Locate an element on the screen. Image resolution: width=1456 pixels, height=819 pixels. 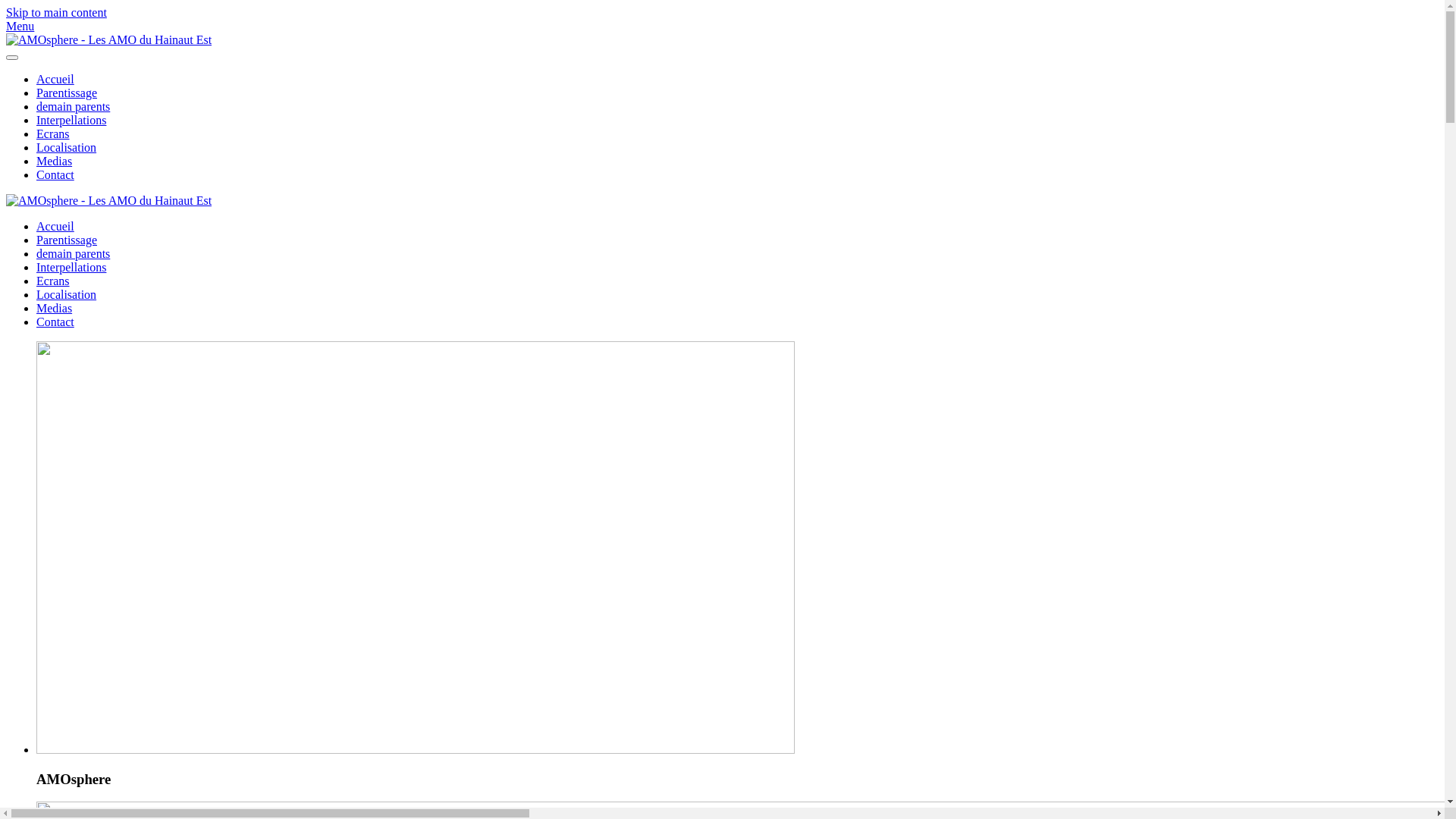
'Contact' is located at coordinates (55, 174).